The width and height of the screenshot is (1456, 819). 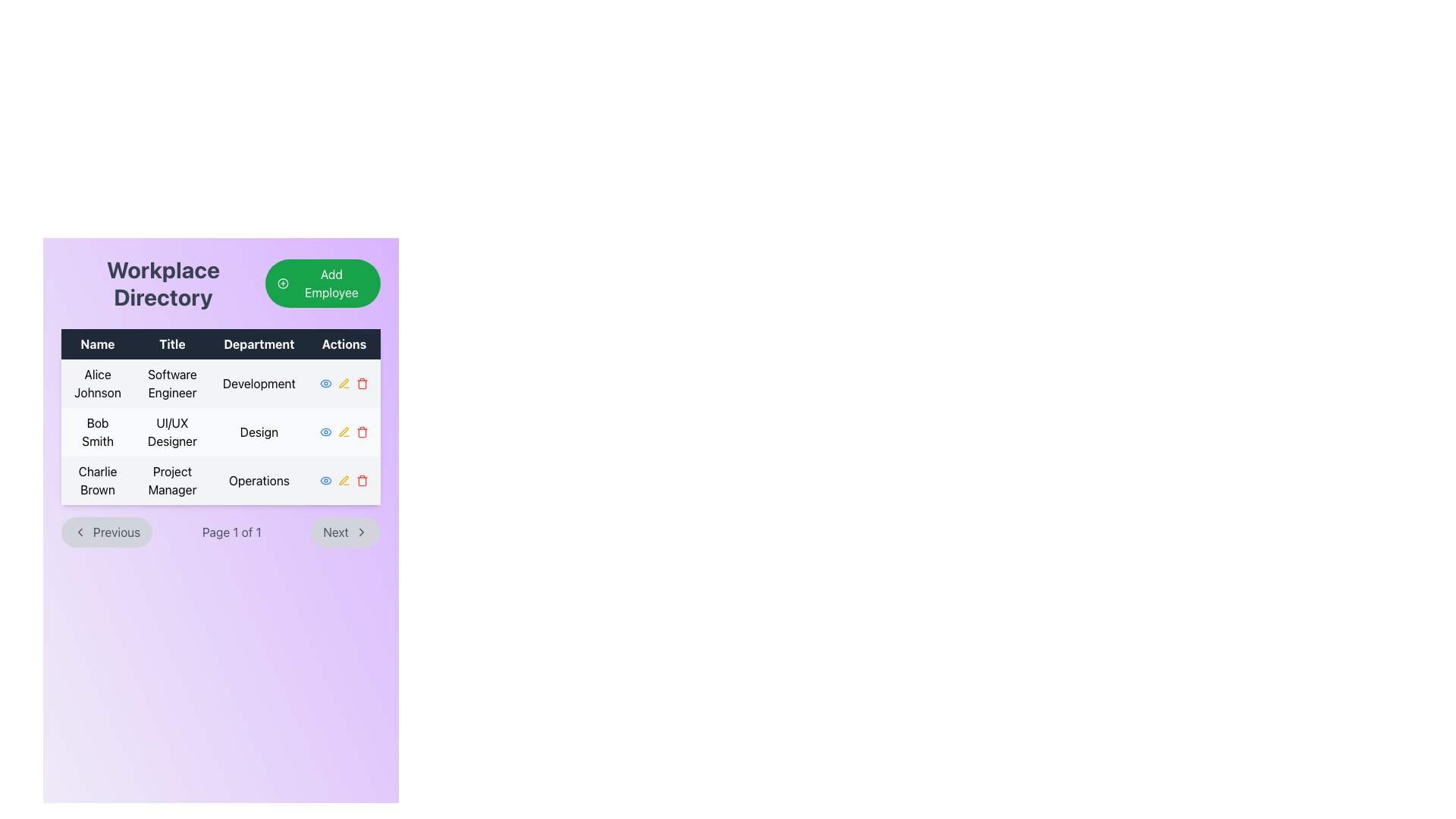 I want to click on the red trash can icon button in the last row of the actions column, so click(x=361, y=480).